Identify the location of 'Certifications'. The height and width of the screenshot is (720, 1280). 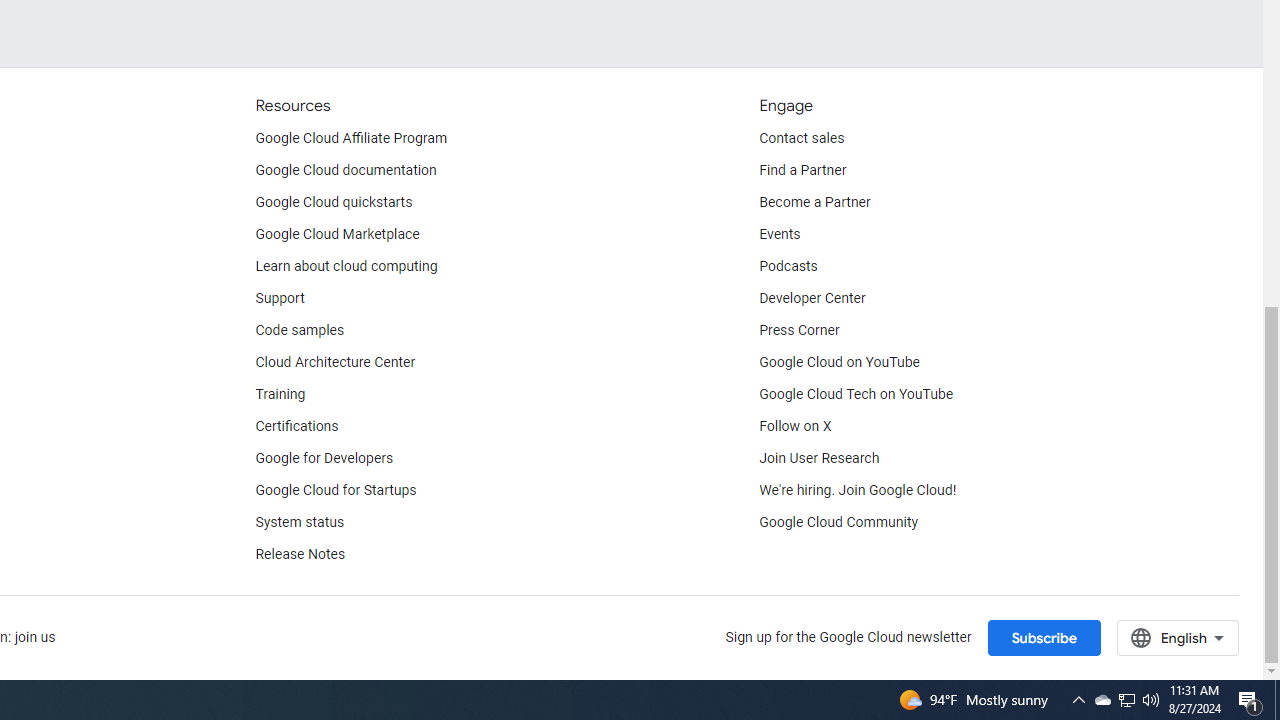
(295, 425).